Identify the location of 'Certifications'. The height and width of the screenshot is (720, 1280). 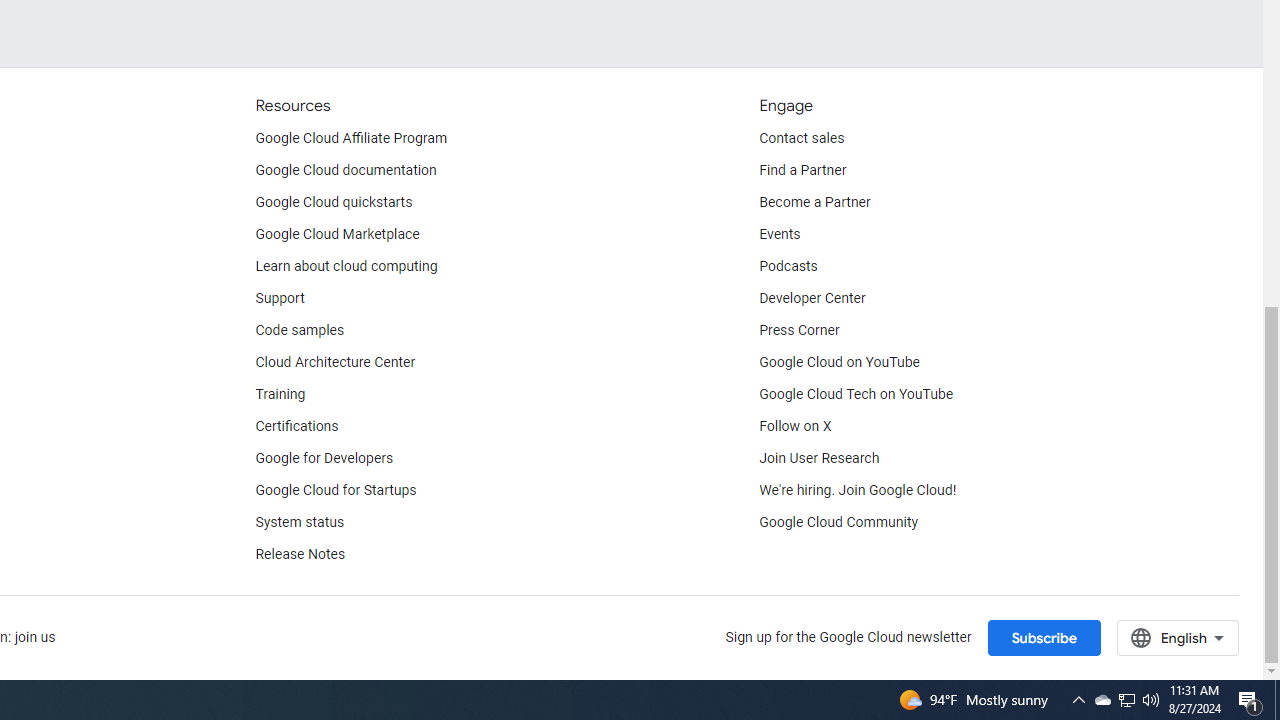
(295, 425).